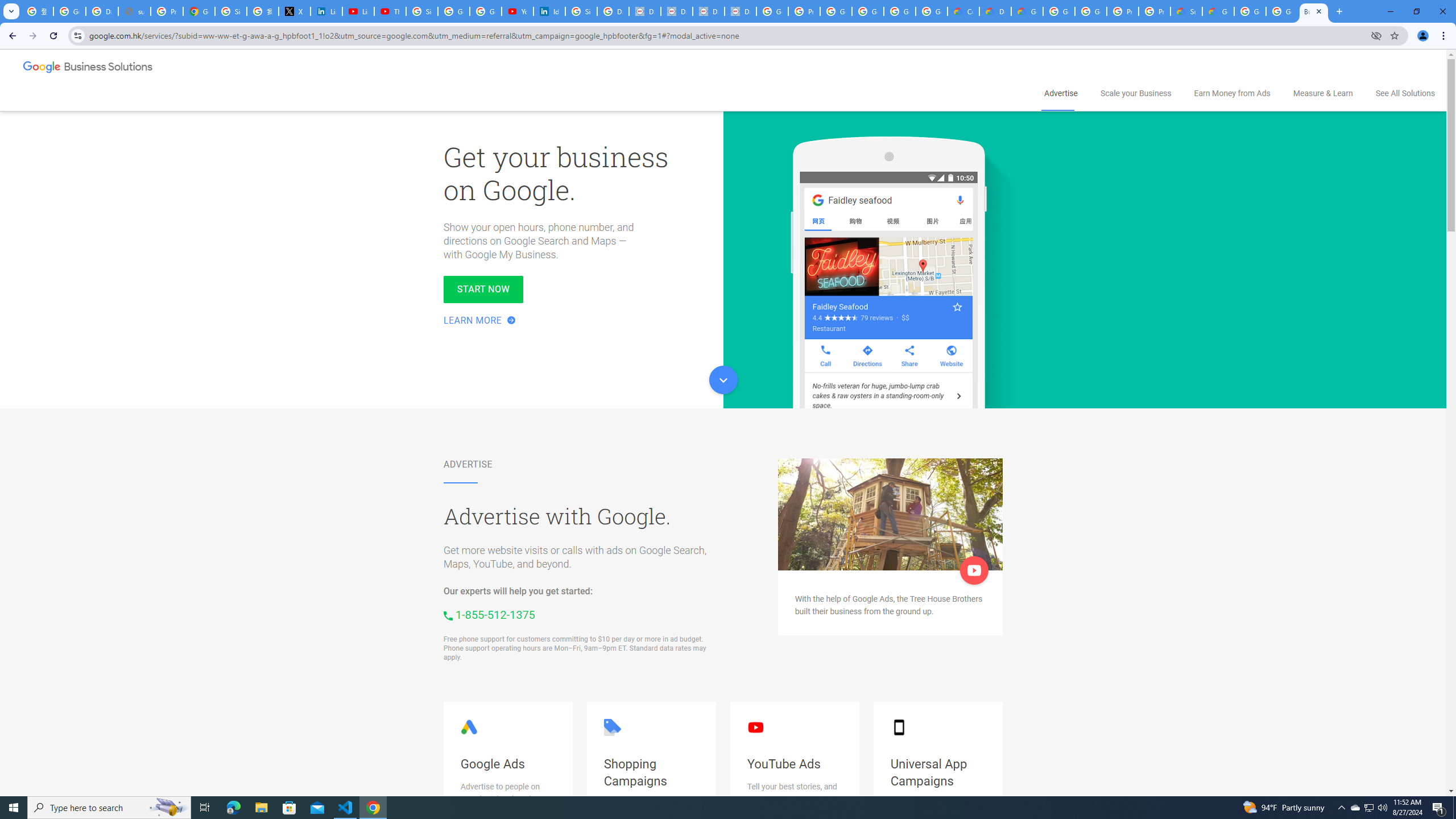 The image size is (1456, 819). I want to click on 'Data Privacy Framework', so click(644, 11).